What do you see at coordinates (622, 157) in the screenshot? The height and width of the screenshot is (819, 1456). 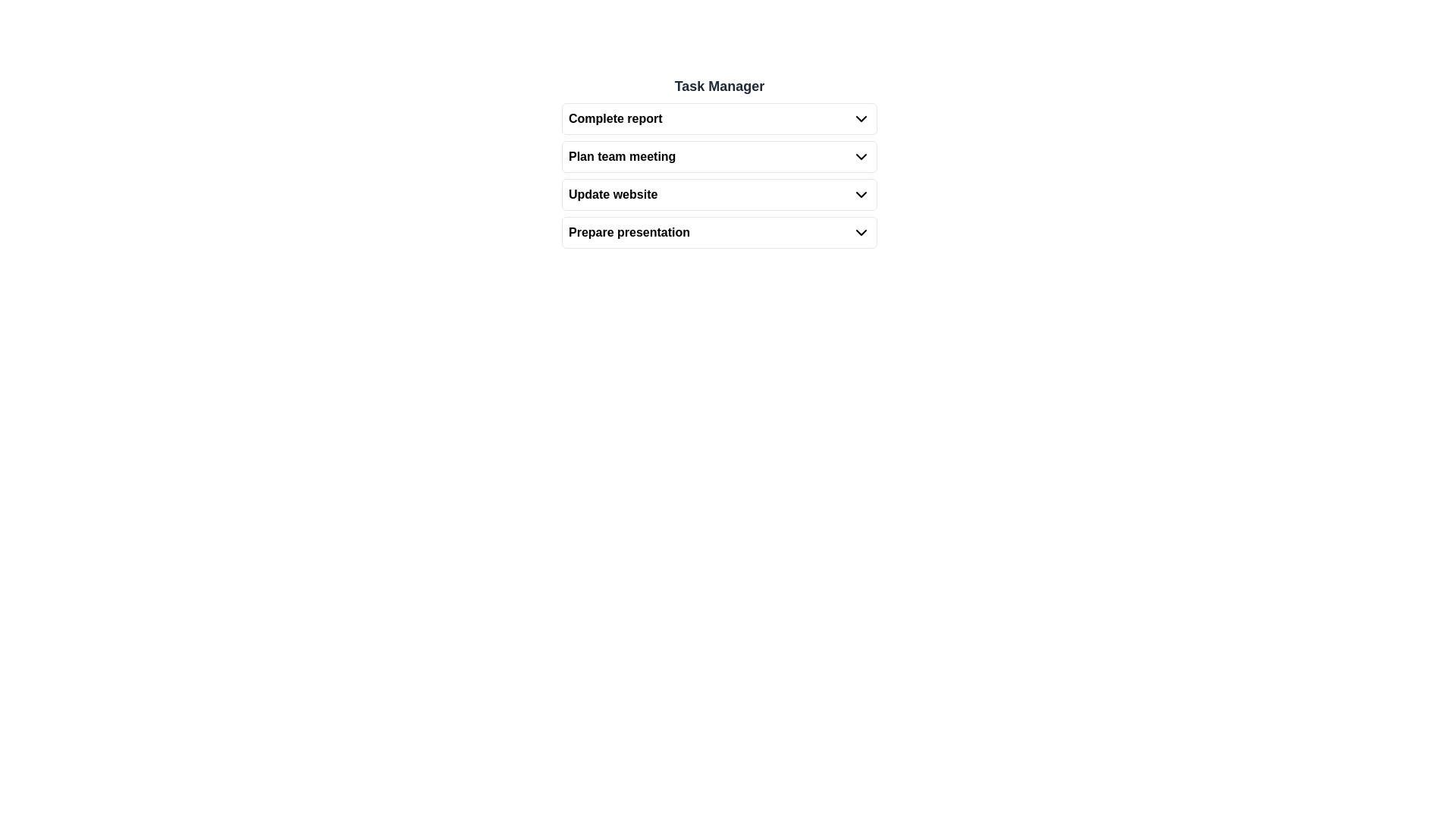 I see `the static text element labeled 'Plan team meeting', which is the second item in the task list of the 'Task Manager'` at bounding box center [622, 157].